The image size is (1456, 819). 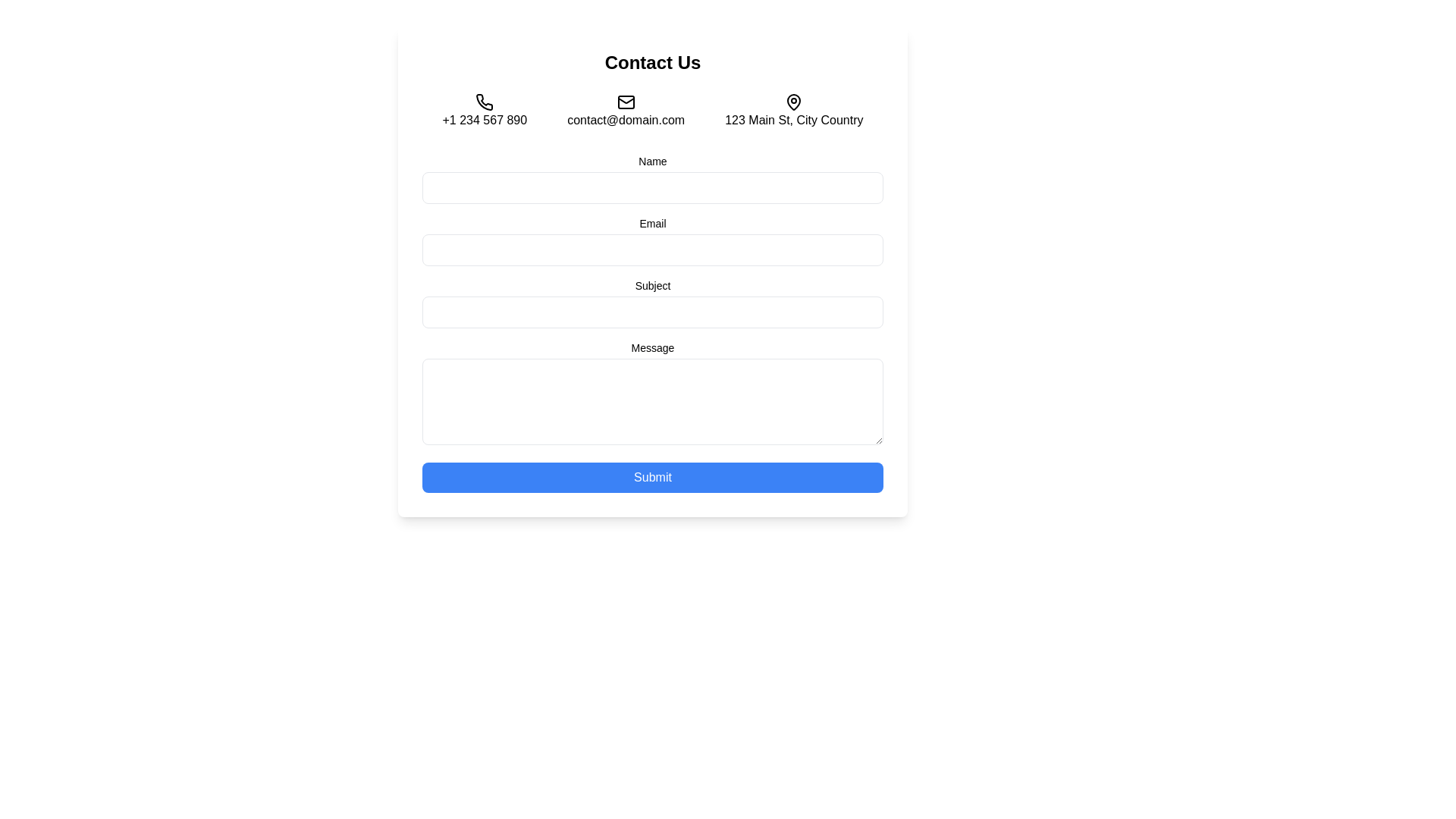 What do you see at coordinates (793, 110) in the screenshot?
I see `the address display element, which is the rightmost in a row under the 'Contact Us' heading` at bounding box center [793, 110].